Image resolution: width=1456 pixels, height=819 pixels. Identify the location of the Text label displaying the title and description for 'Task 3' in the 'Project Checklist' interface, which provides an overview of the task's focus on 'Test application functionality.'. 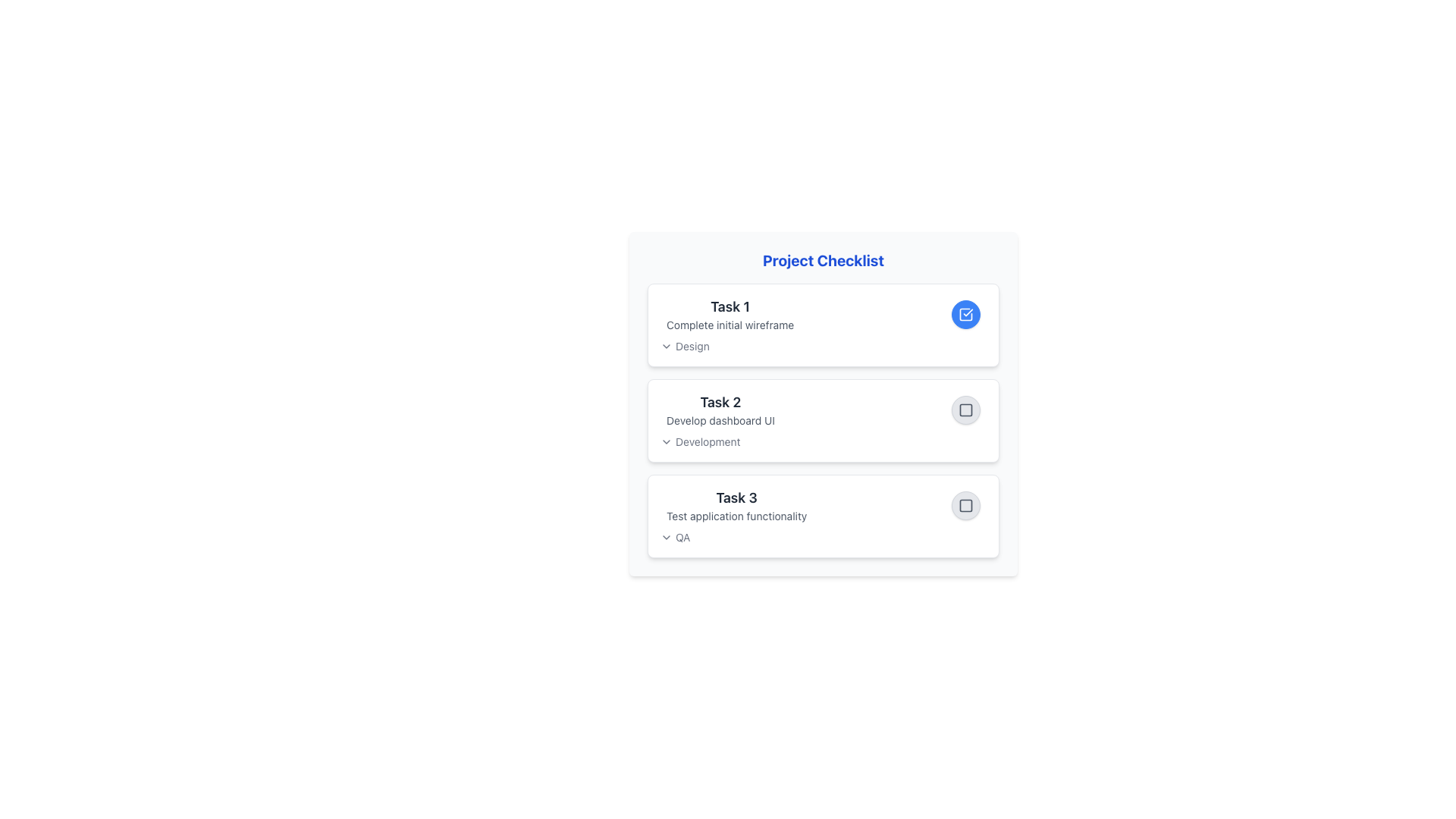
(736, 506).